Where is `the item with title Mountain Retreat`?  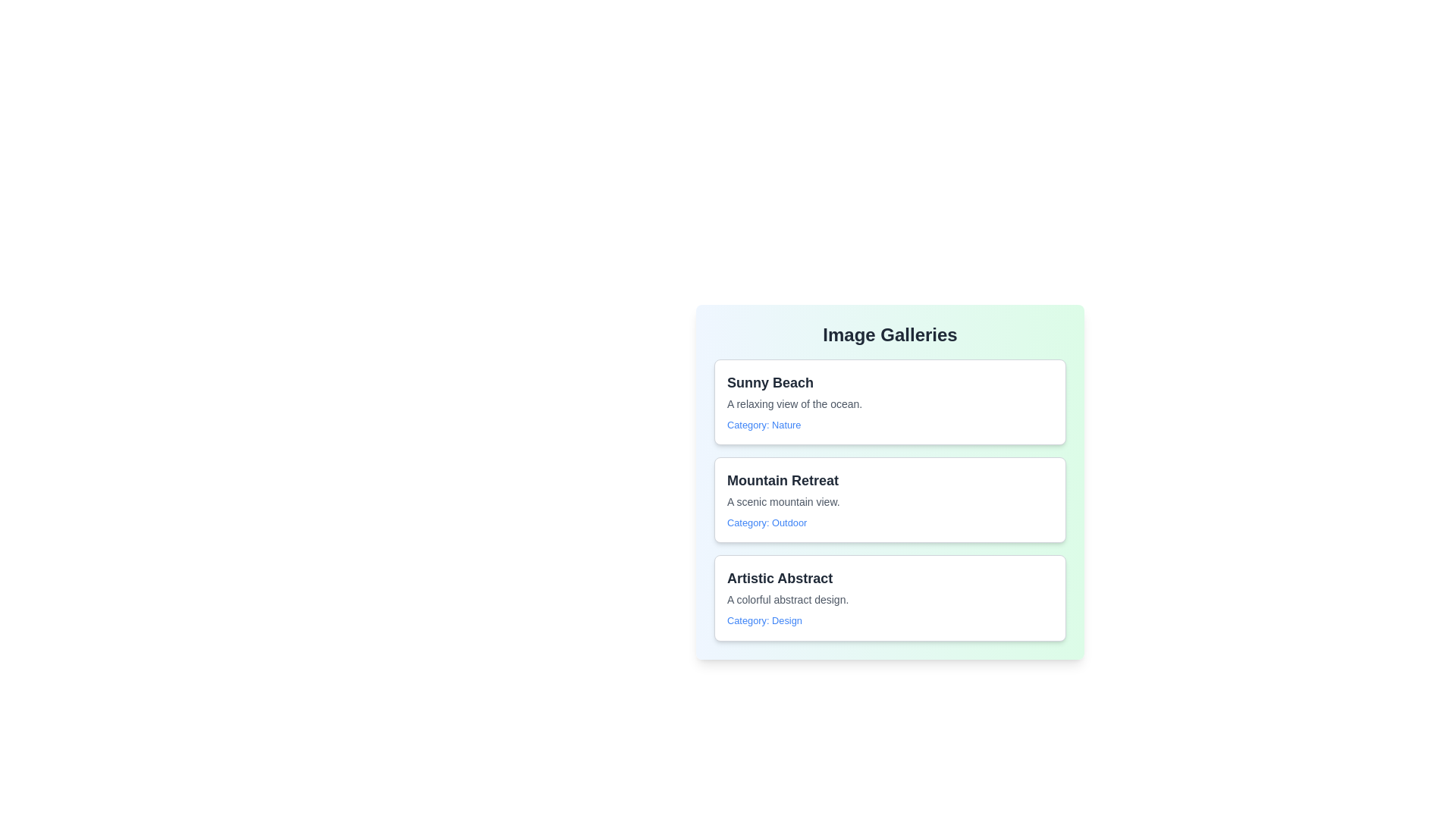
the item with title Mountain Retreat is located at coordinates (890, 500).